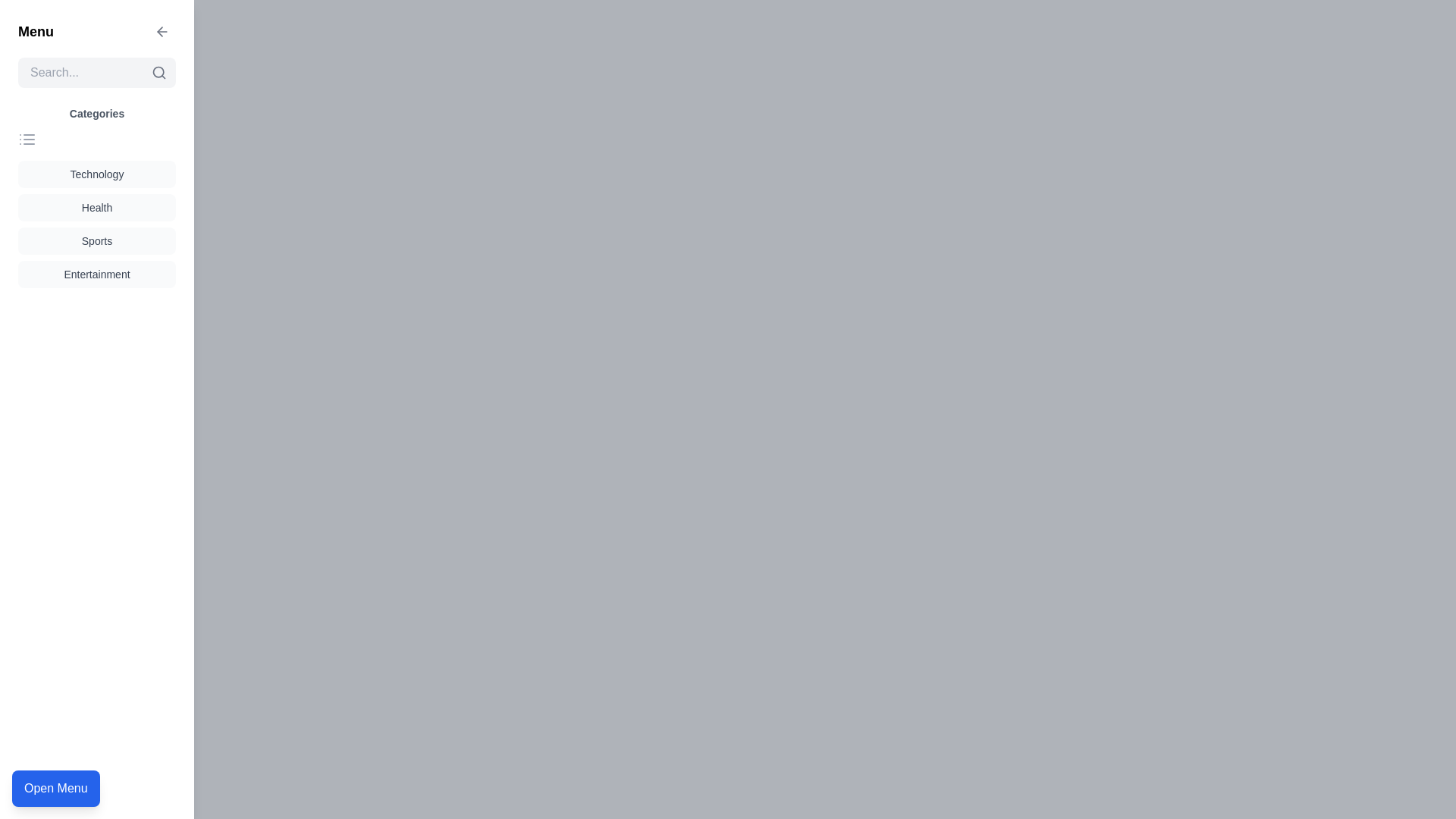 The width and height of the screenshot is (1456, 819). I want to click on the decorative graphical circle, which is part of the magnifying glass icon in the search field at the top of the left-hand sidebar, so click(158, 72).